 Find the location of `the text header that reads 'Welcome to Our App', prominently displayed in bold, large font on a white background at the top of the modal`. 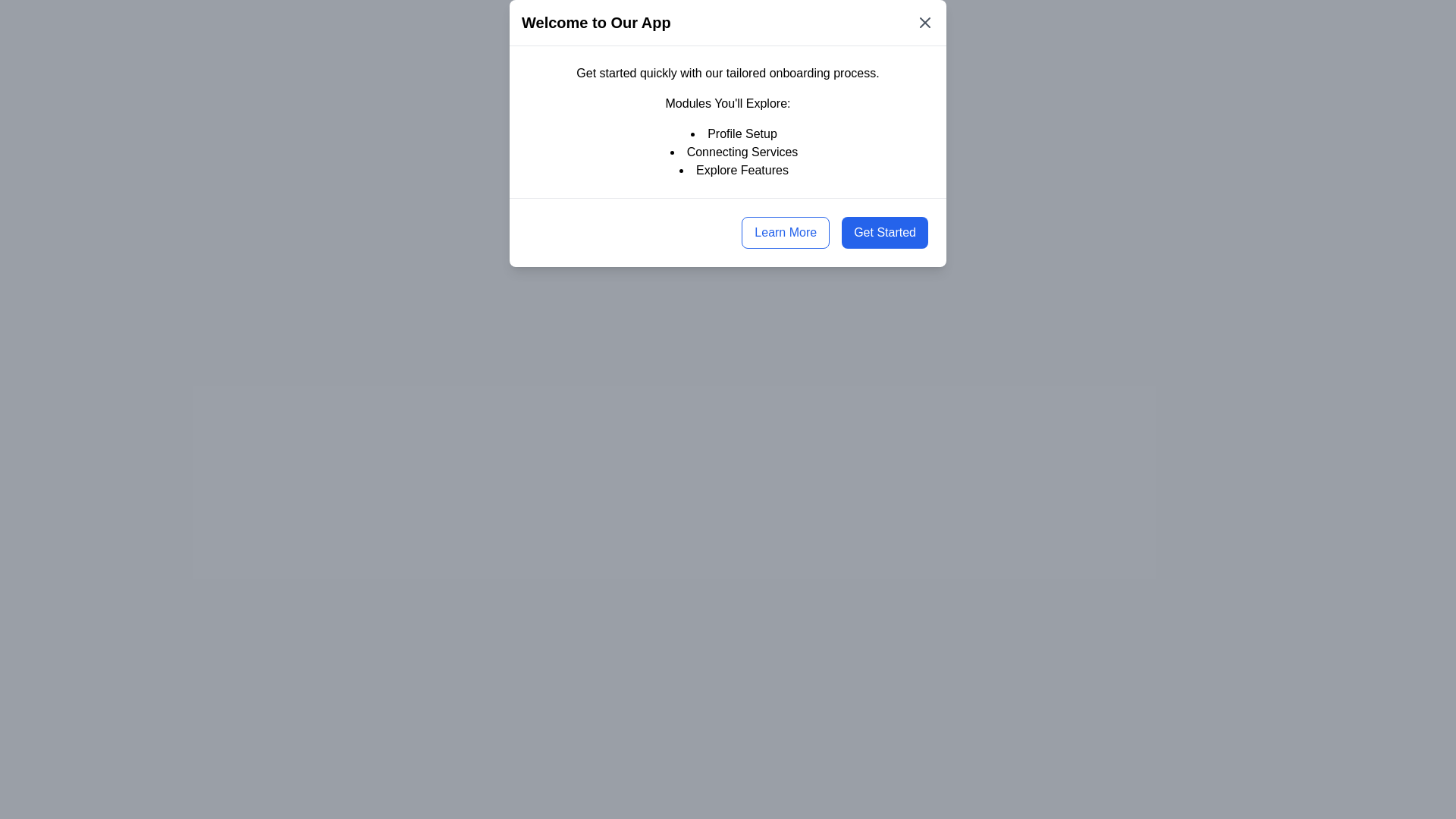

the text header that reads 'Welcome to Our App', prominently displayed in bold, large font on a white background at the top of the modal is located at coordinates (595, 23).